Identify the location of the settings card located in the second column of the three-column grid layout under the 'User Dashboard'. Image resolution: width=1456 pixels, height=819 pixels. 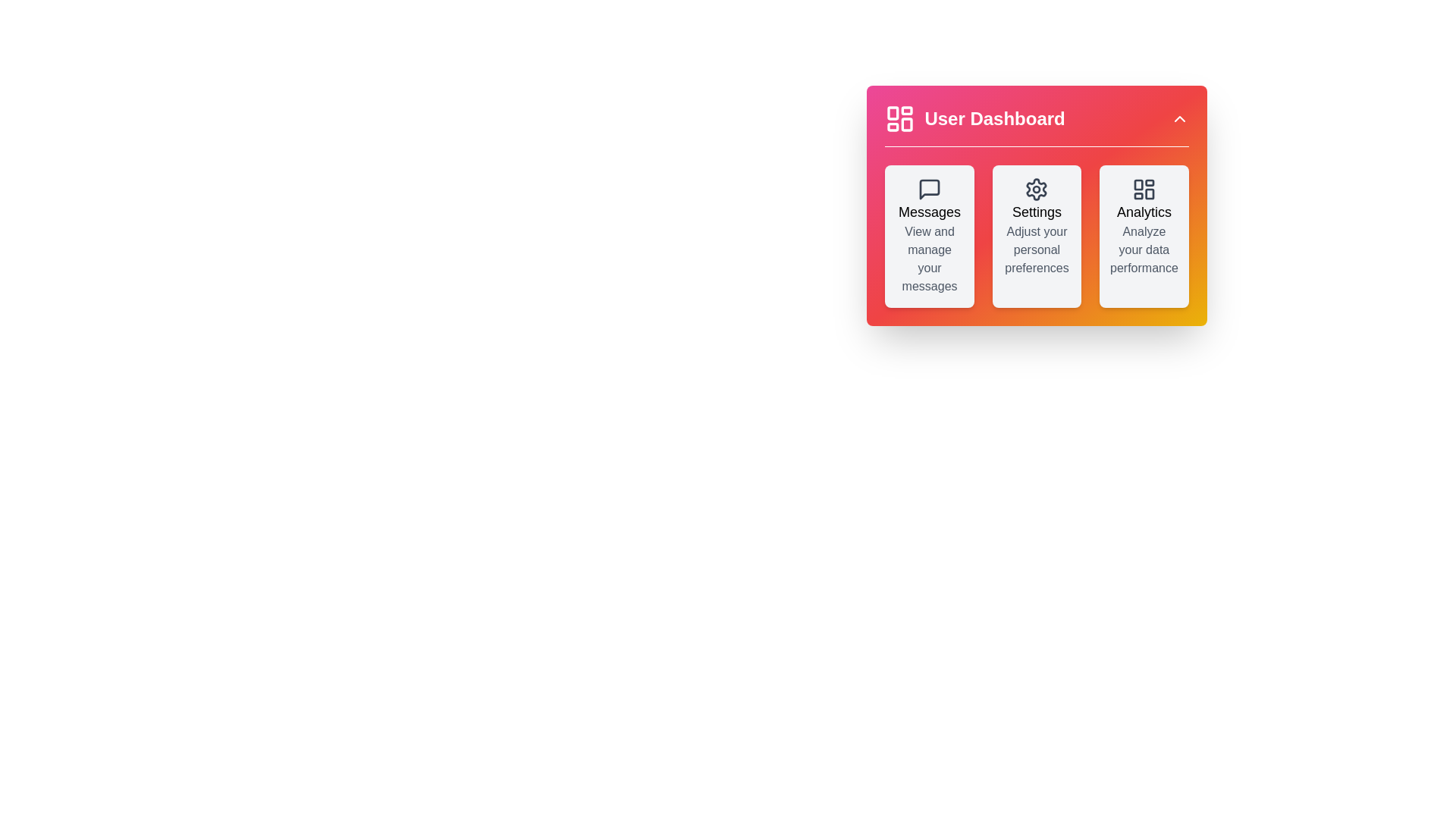
(1036, 206).